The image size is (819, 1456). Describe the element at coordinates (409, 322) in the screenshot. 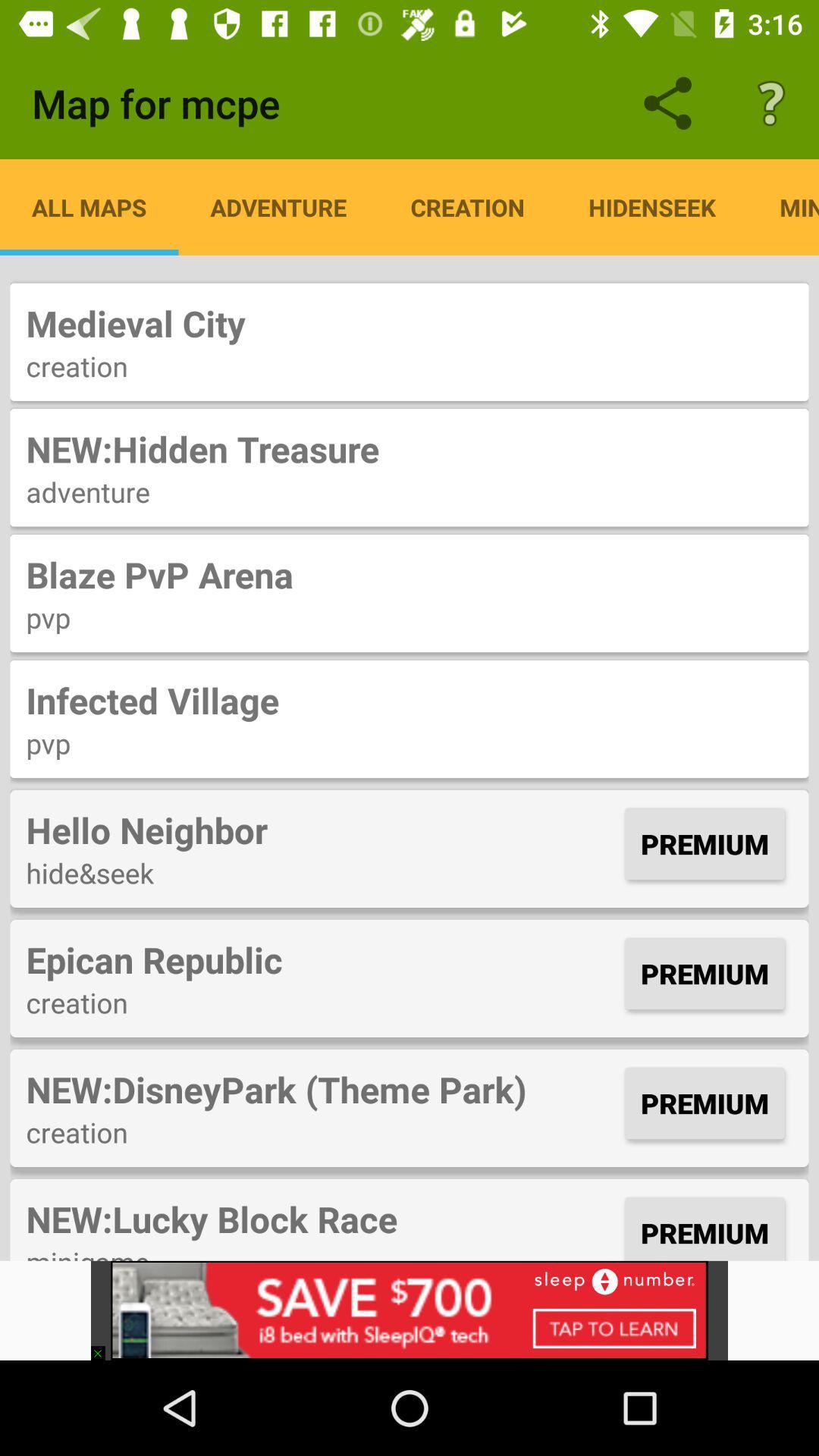

I see `the app below the all maps app` at that location.